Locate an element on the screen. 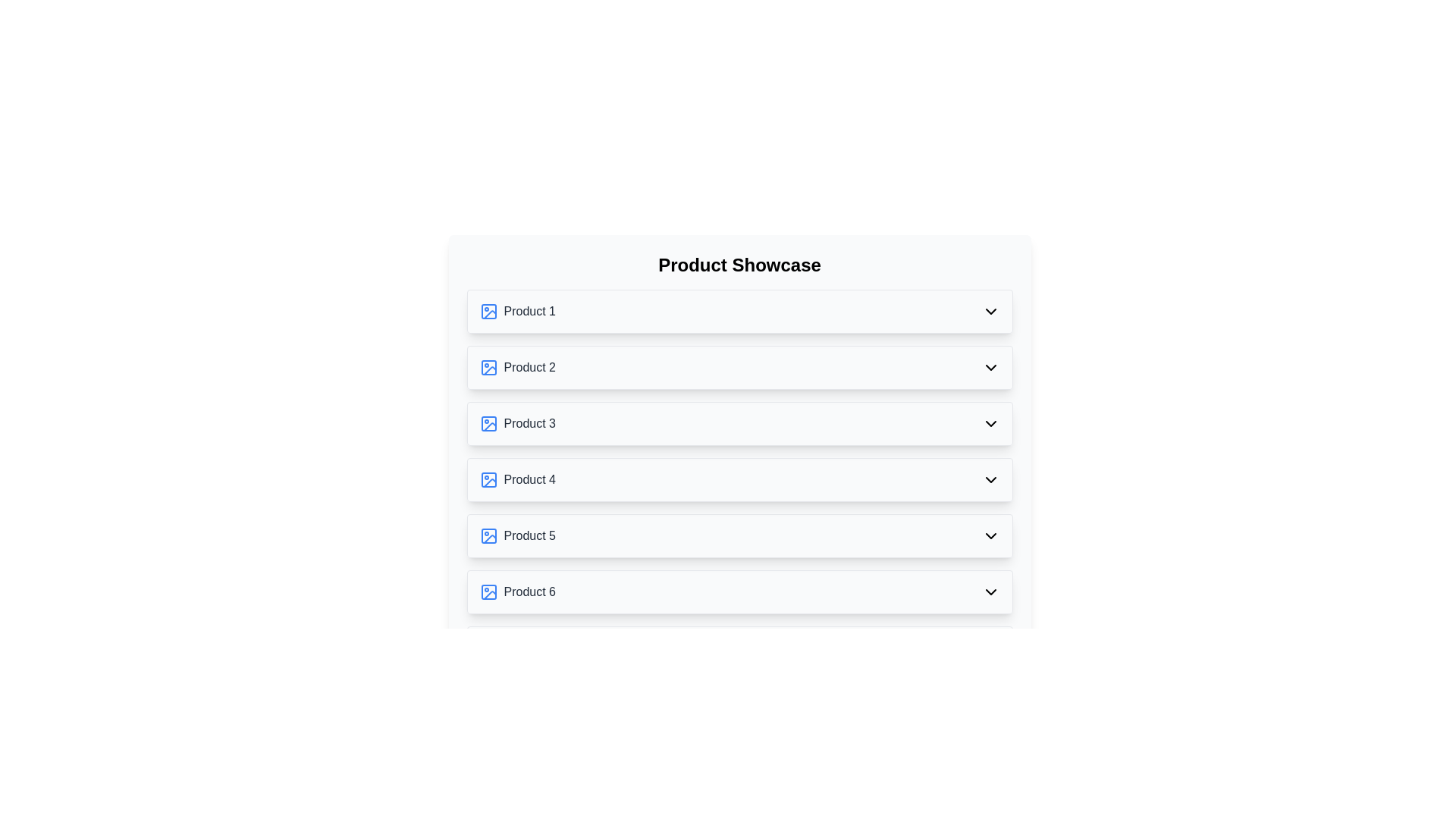 This screenshot has height=819, width=1456. the image icon next to the product titled Product 4 is located at coordinates (488, 479).